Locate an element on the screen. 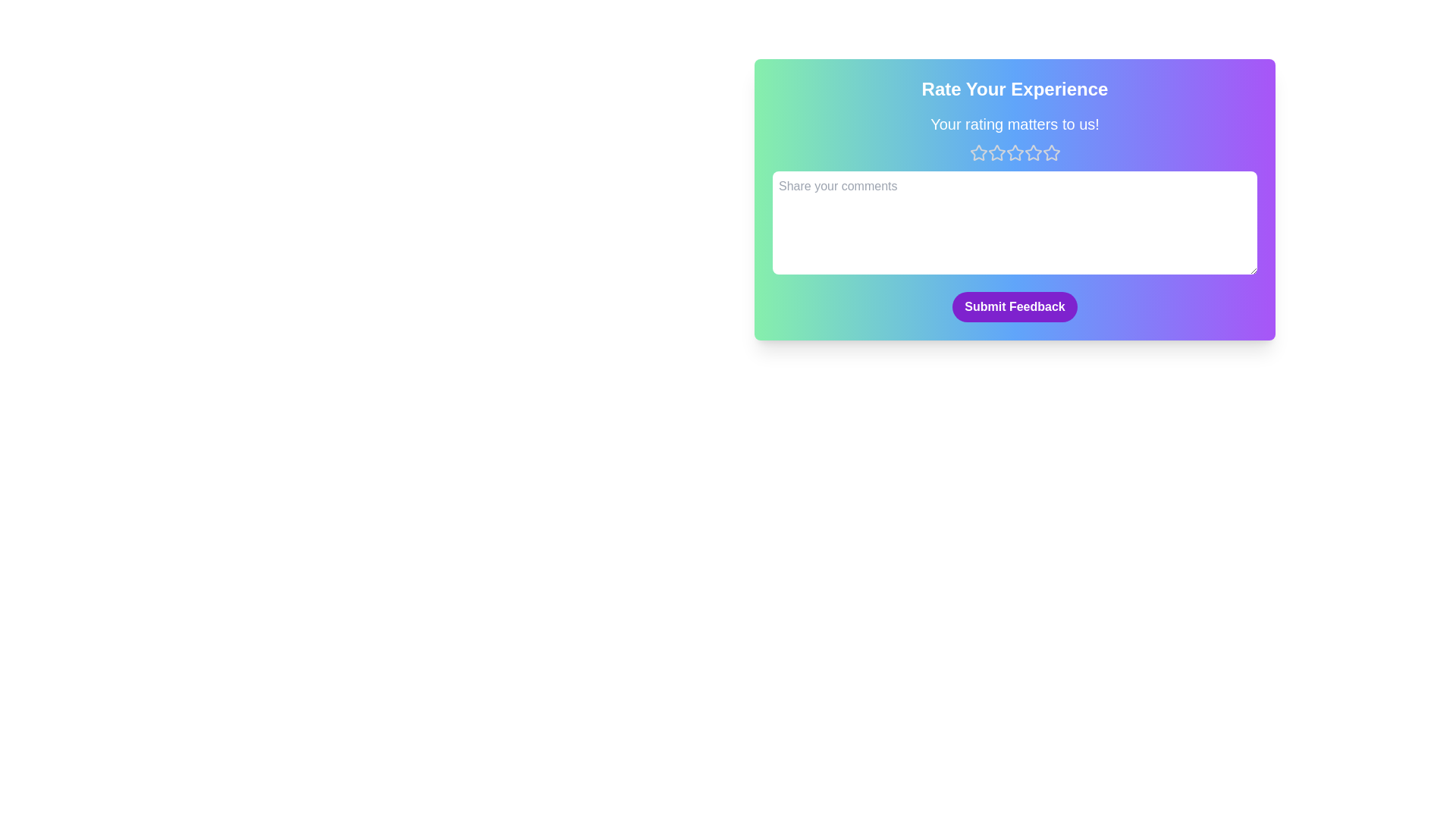 This screenshot has height=819, width=1456. 'Submit Feedback' button to submit the feedback is located at coordinates (1015, 307).